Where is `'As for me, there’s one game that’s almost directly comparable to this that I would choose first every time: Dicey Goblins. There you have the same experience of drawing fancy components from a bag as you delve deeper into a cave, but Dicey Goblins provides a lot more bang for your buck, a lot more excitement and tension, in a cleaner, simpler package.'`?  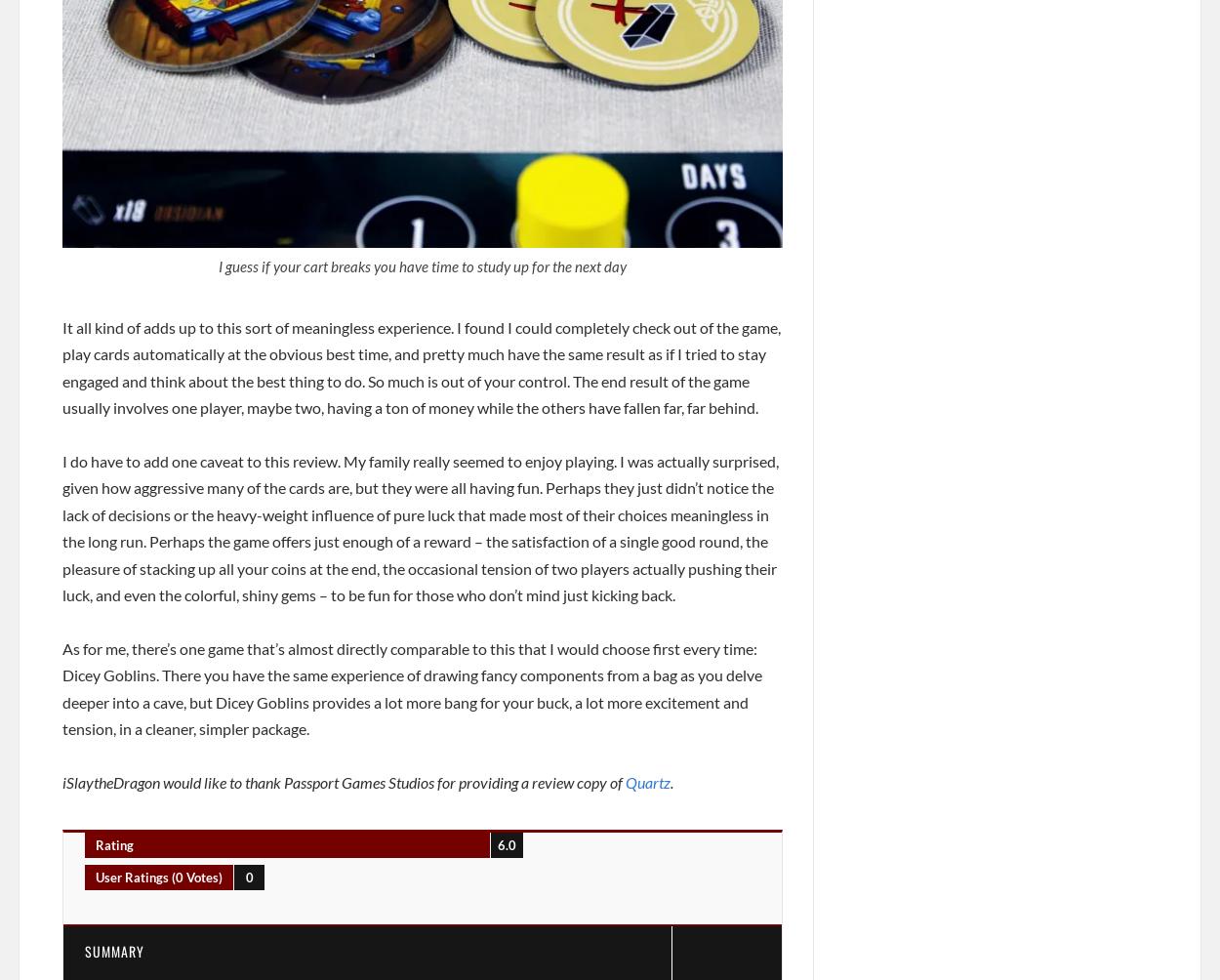 'As for me, there’s one game that’s almost directly comparable to this that I would choose first every time: Dicey Goblins. There you have the same experience of drawing fancy components from a bag as you delve deeper into a cave, but Dicey Goblins provides a lot more bang for your buck, a lot more excitement and tension, in a cleaner, simpler package.' is located at coordinates (412, 687).